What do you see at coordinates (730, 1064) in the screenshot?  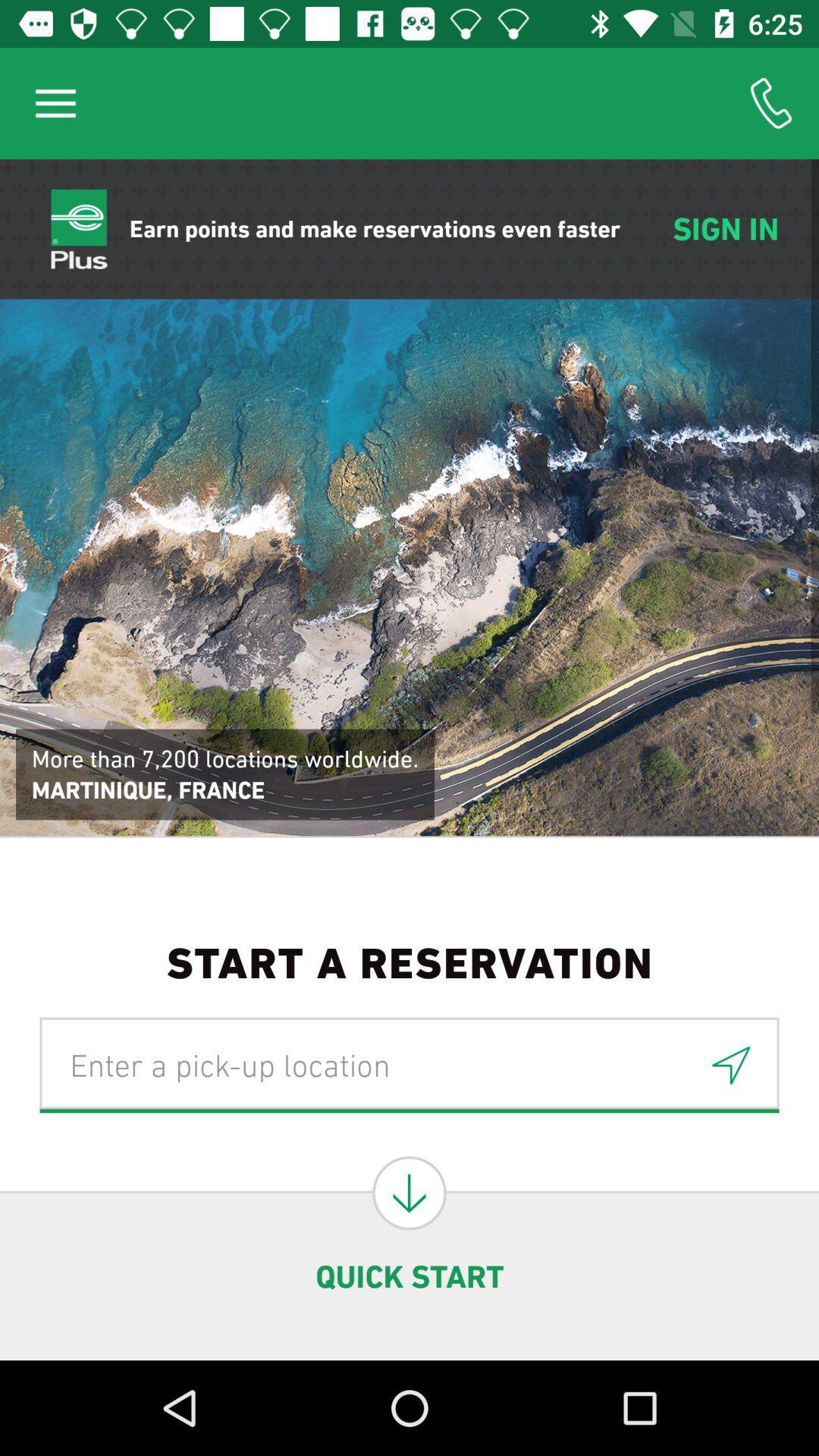 I see `the navigation icon` at bounding box center [730, 1064].